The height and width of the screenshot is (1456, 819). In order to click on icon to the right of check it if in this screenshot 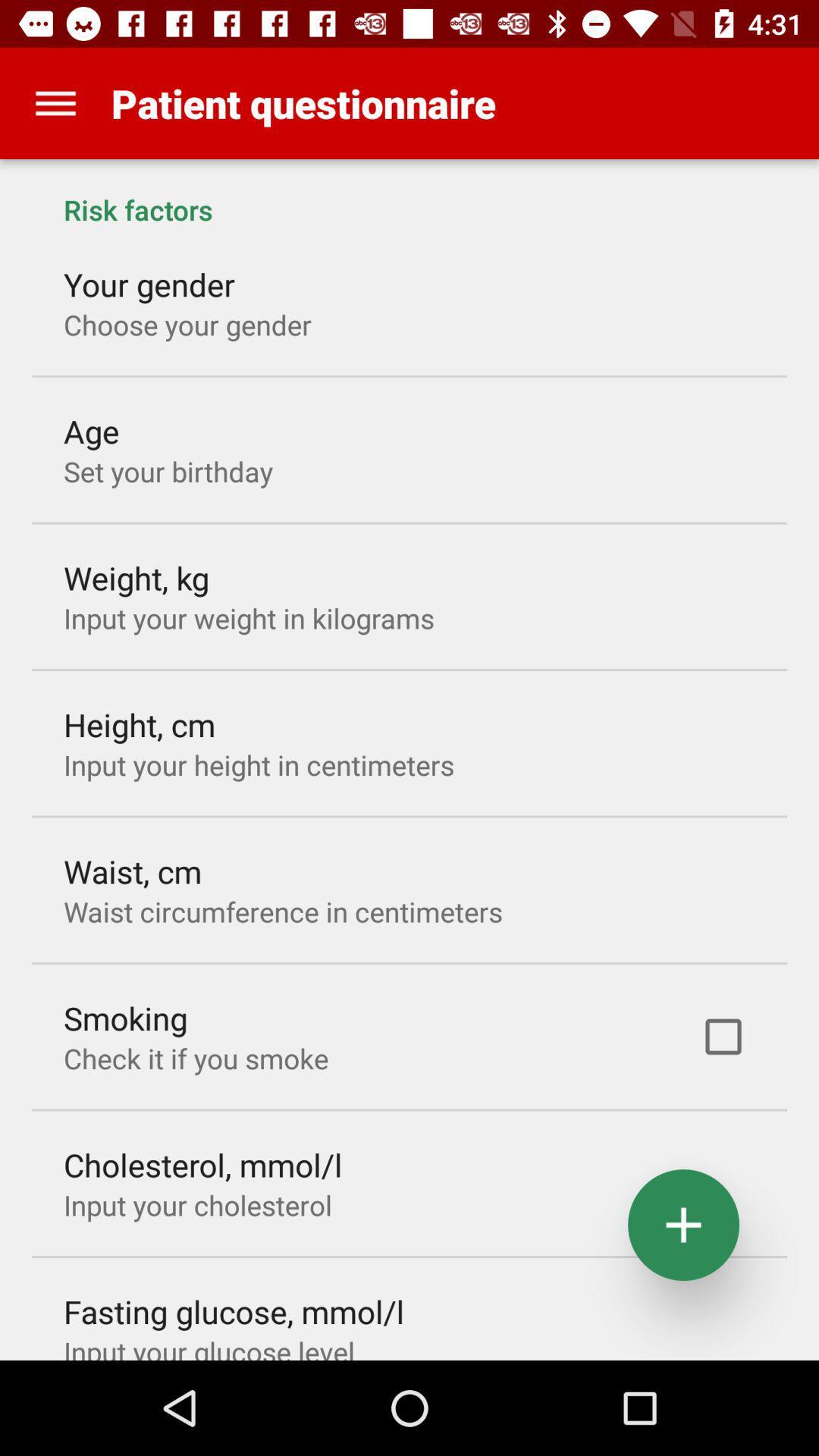, I will do `click(722, 1036)`.